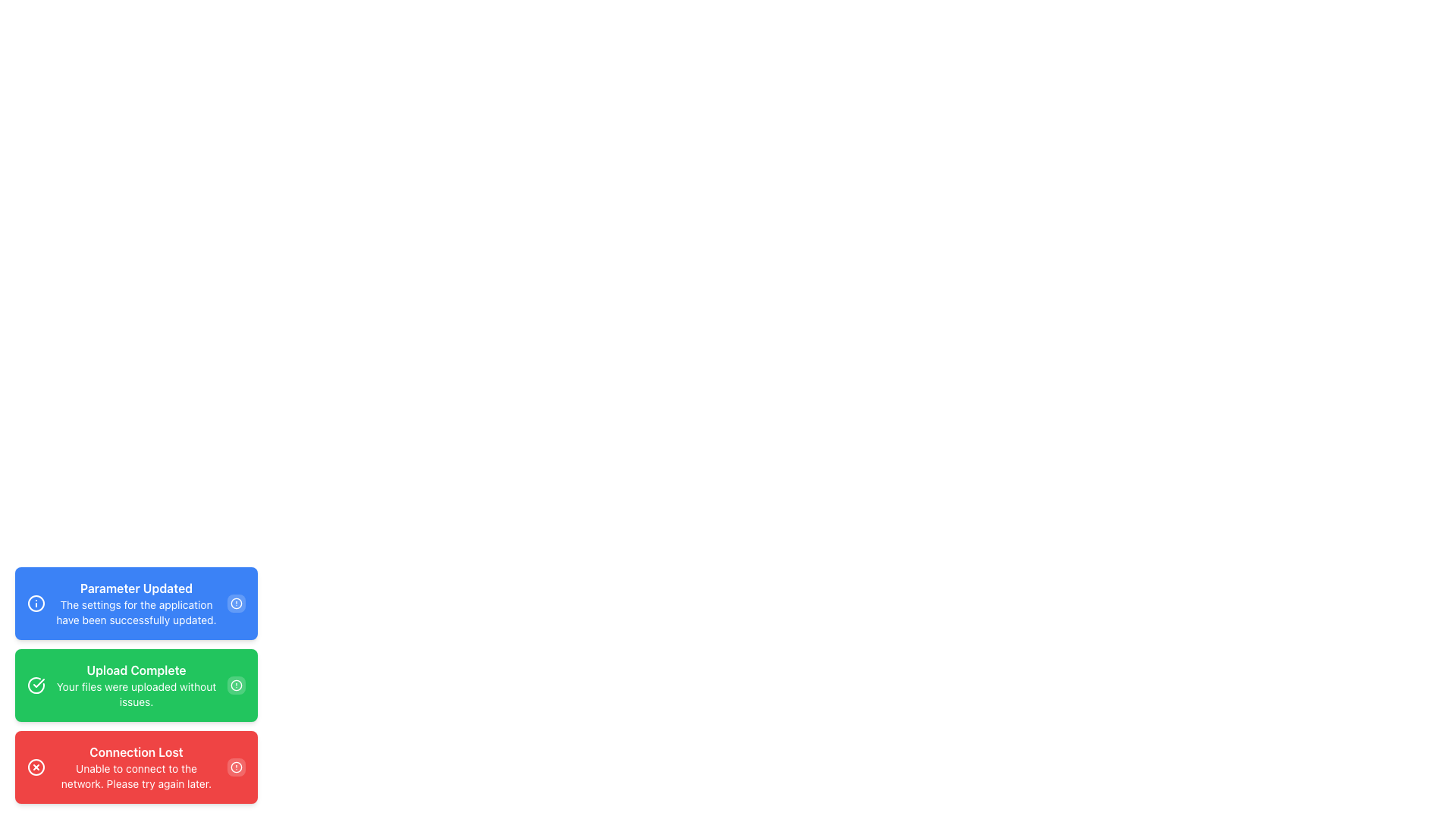 The height and width of the screenshot is (819, 1456). Describe the element at coordinates (236, 602) in the screenshot. I see `the circular button with a white border and alert icon, located at the top-right corner of the 'Parameter Updated' notification card` at that location.